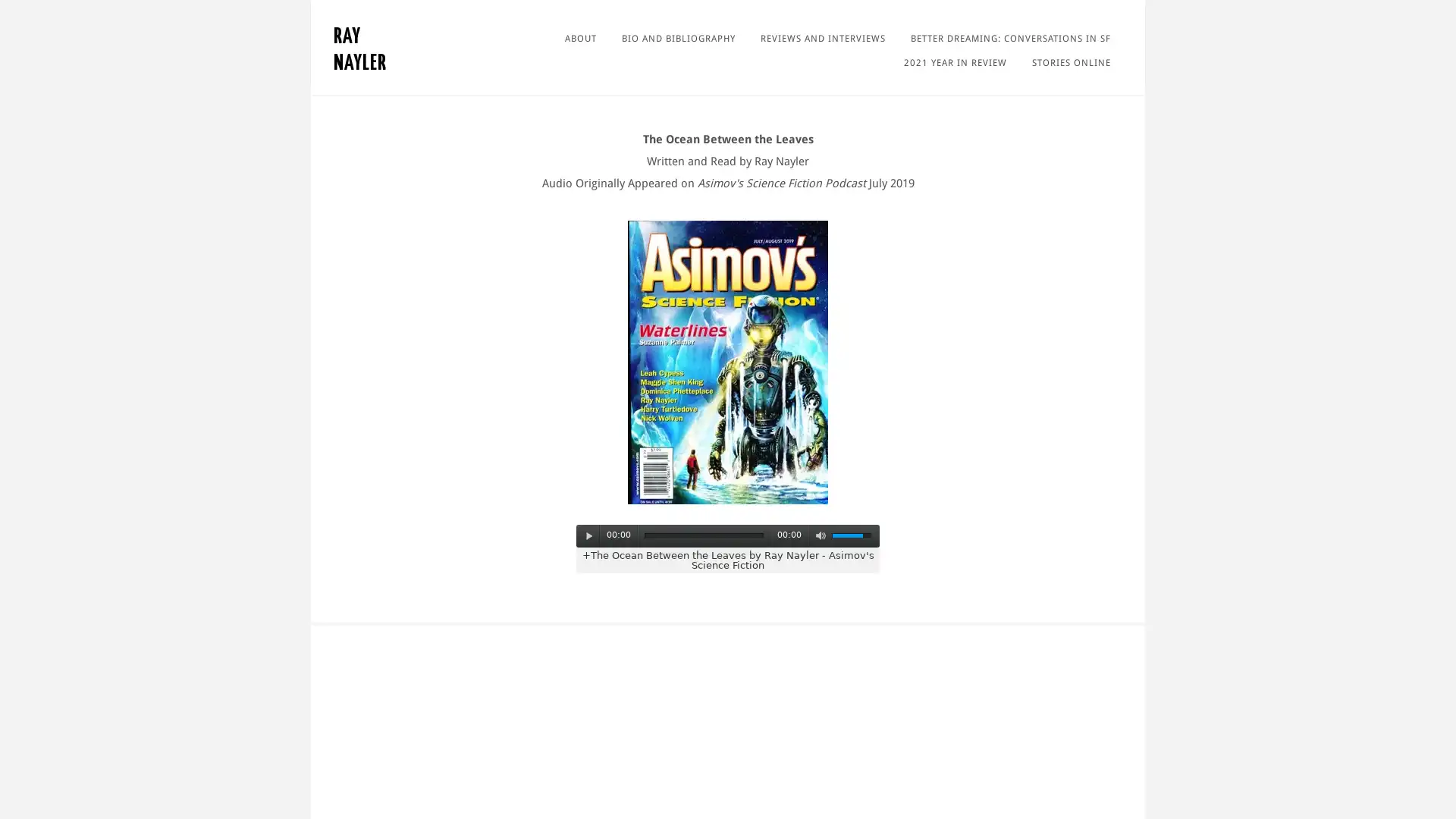 This screenshot has height=819, width=1456. What do you see at coordinates (588, 535) in the screenshot?
I see `Play/Pause` at bounding box center [588, 535].